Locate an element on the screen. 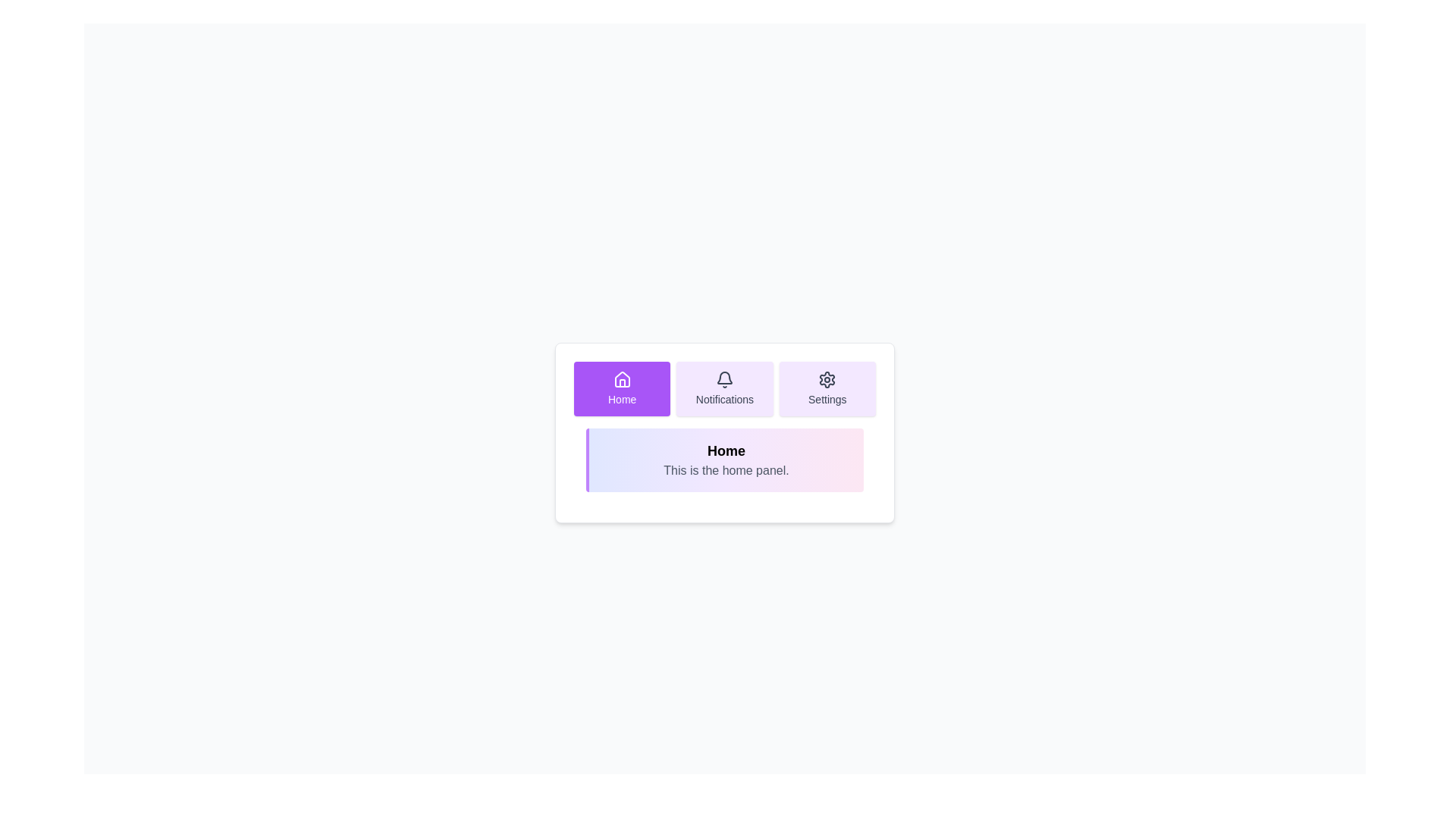  the 'Home' button located at the top left of the button group is located at coordinates (622, 388).